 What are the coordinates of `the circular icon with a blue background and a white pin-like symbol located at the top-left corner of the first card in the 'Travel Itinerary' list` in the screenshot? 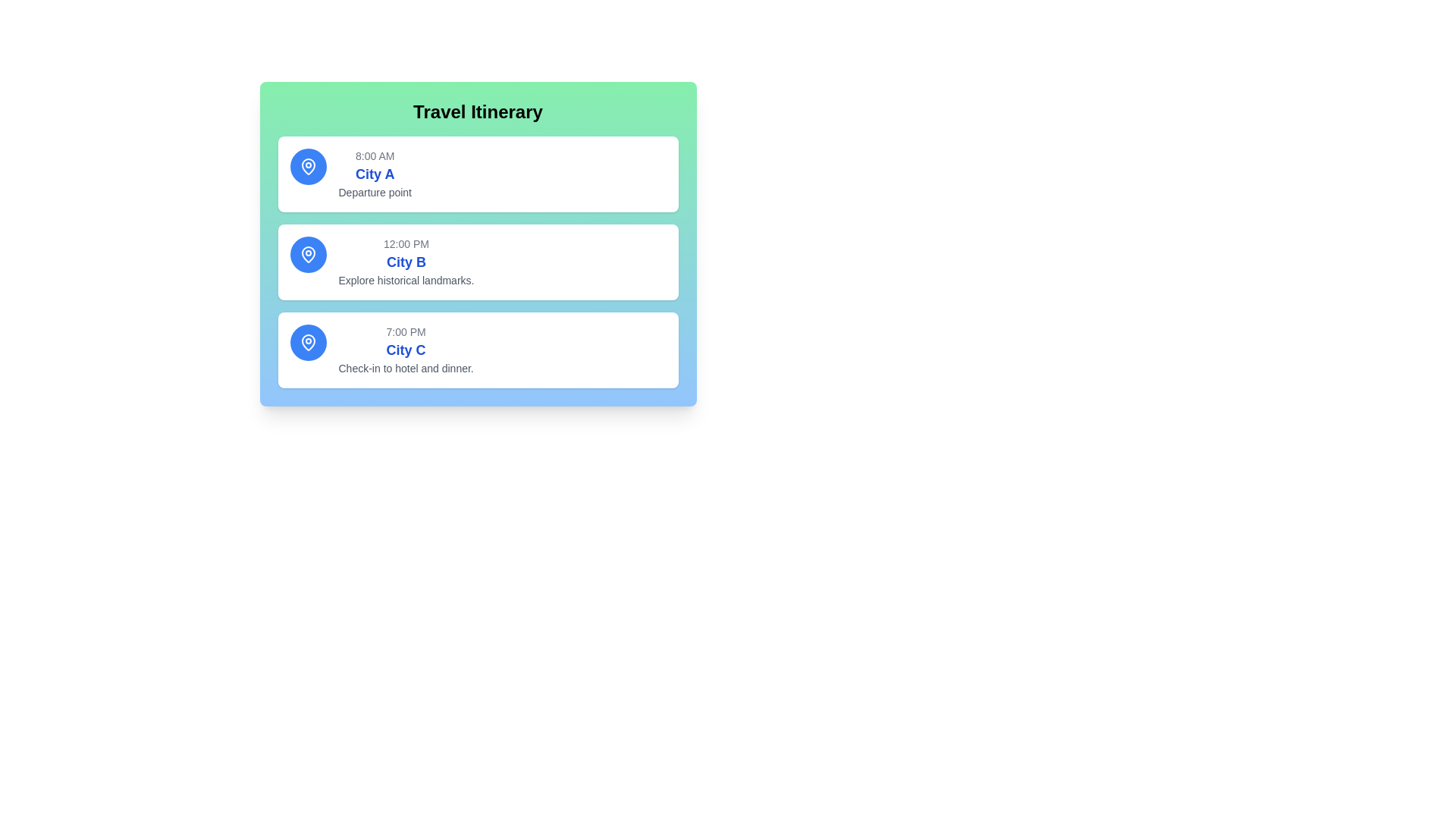 It's located at (307, 166).